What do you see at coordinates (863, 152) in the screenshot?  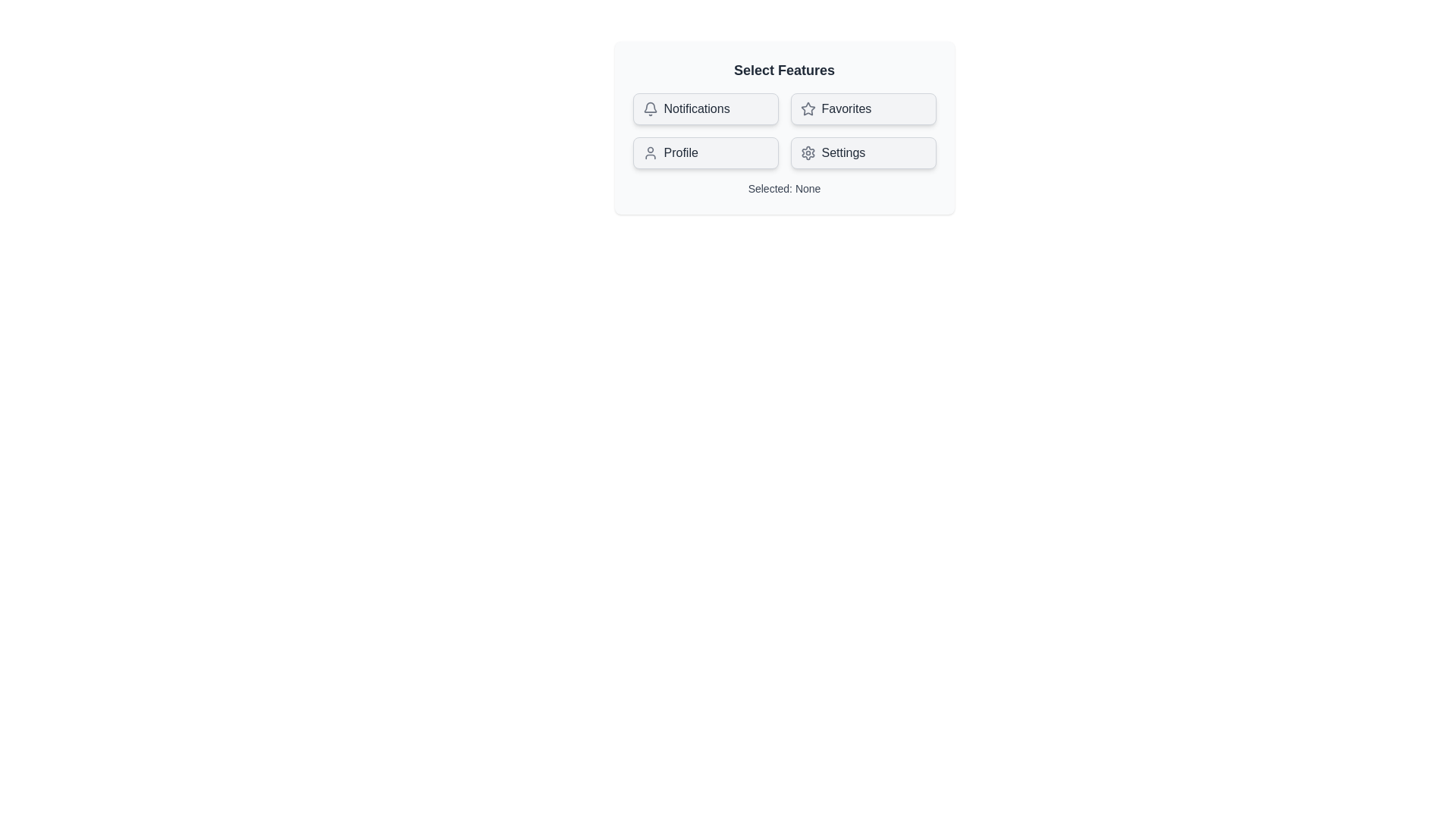 I see `the 'Settings' chip to toggle its state` at bounding box center [863, 152].